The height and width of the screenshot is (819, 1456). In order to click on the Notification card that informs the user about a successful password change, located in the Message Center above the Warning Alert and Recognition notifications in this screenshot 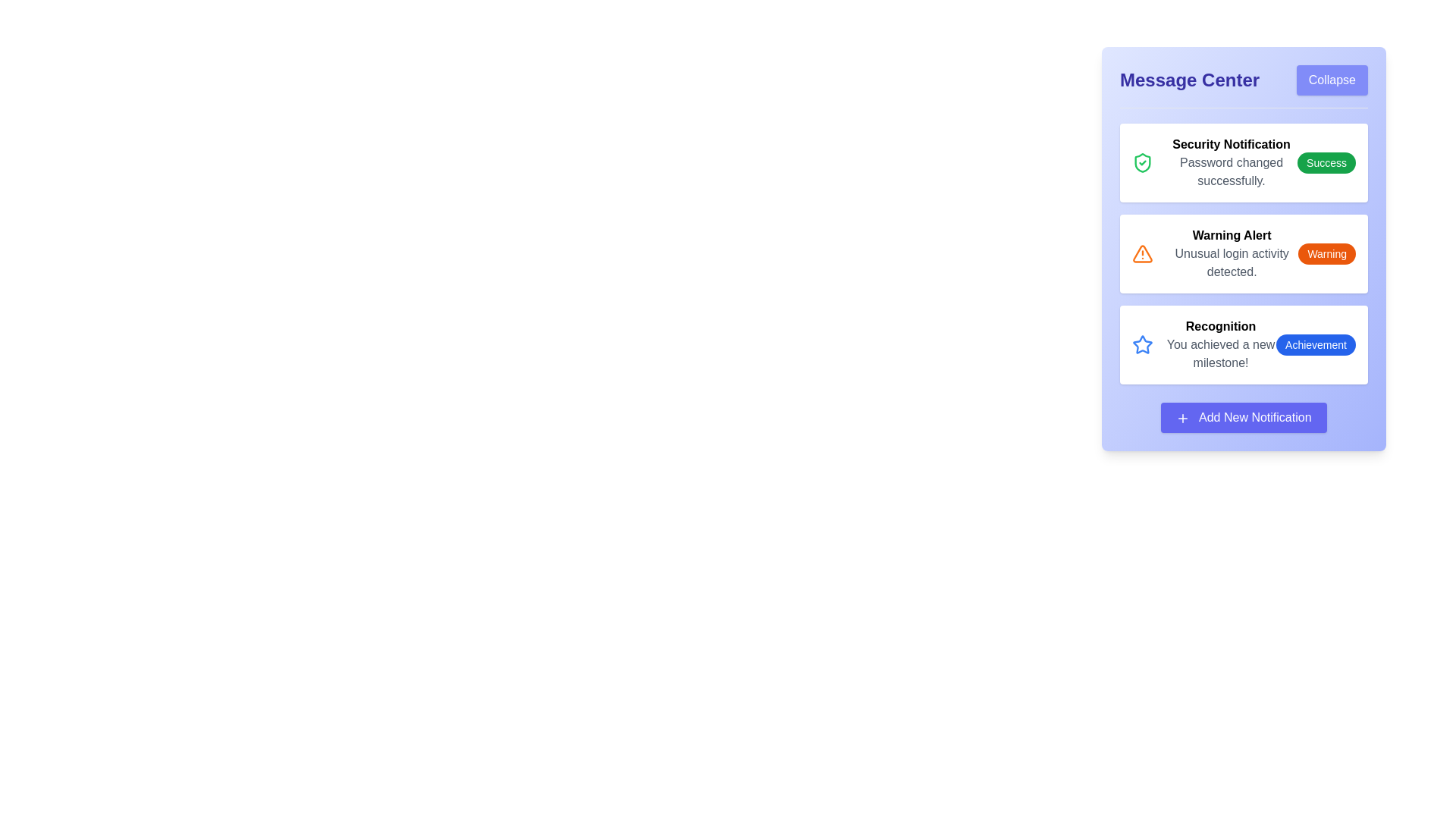, I will do `click(1244, 163)`.